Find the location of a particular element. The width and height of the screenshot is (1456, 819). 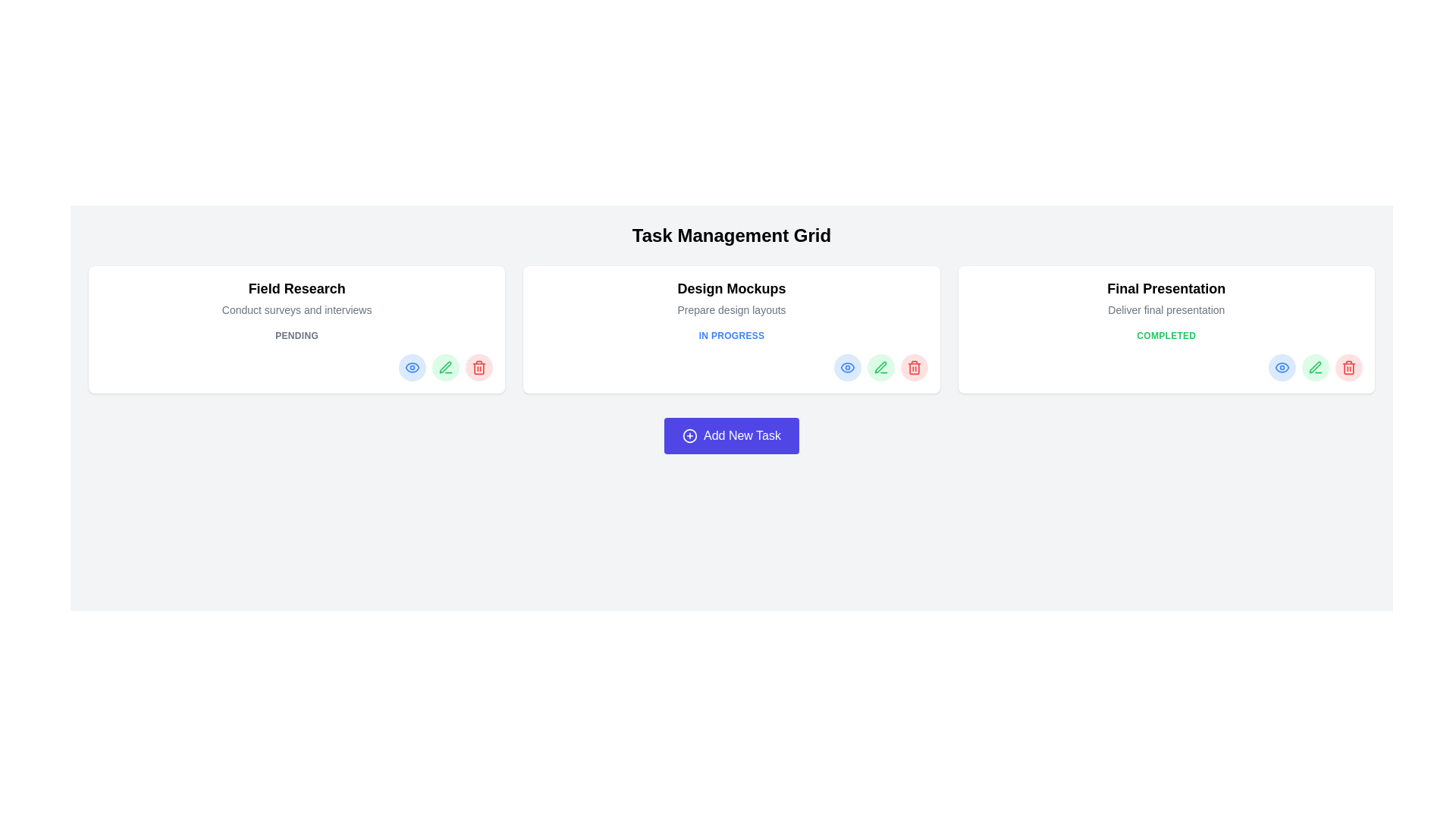

the text label located at the center of the rightmost task card, specifically the second textual description under the title 'Final Presentation' is located at coordinates (1166, 309).